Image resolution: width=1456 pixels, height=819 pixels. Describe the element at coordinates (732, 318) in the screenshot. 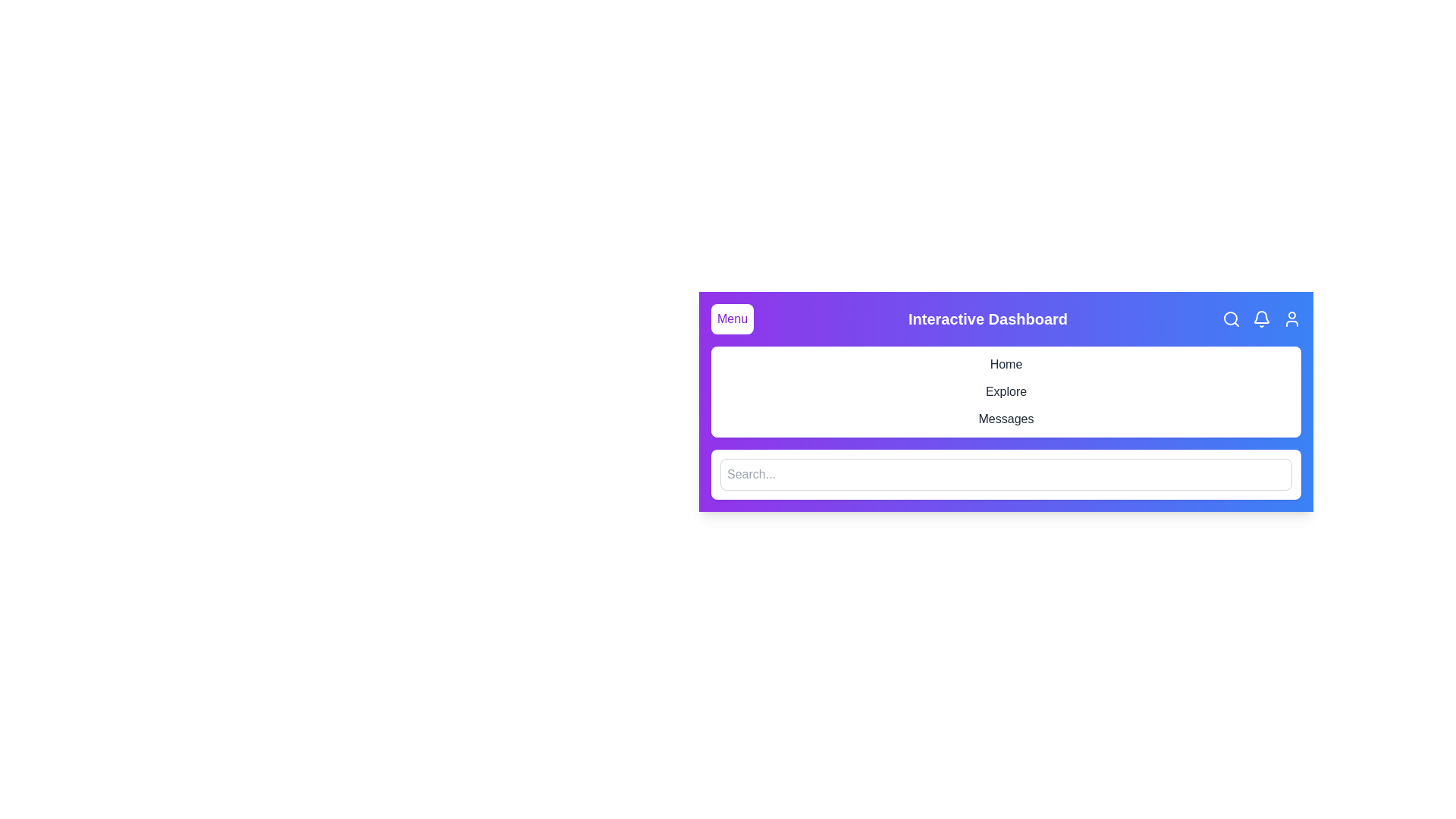

I see `the Menu button to observe its hover effect` at that location.